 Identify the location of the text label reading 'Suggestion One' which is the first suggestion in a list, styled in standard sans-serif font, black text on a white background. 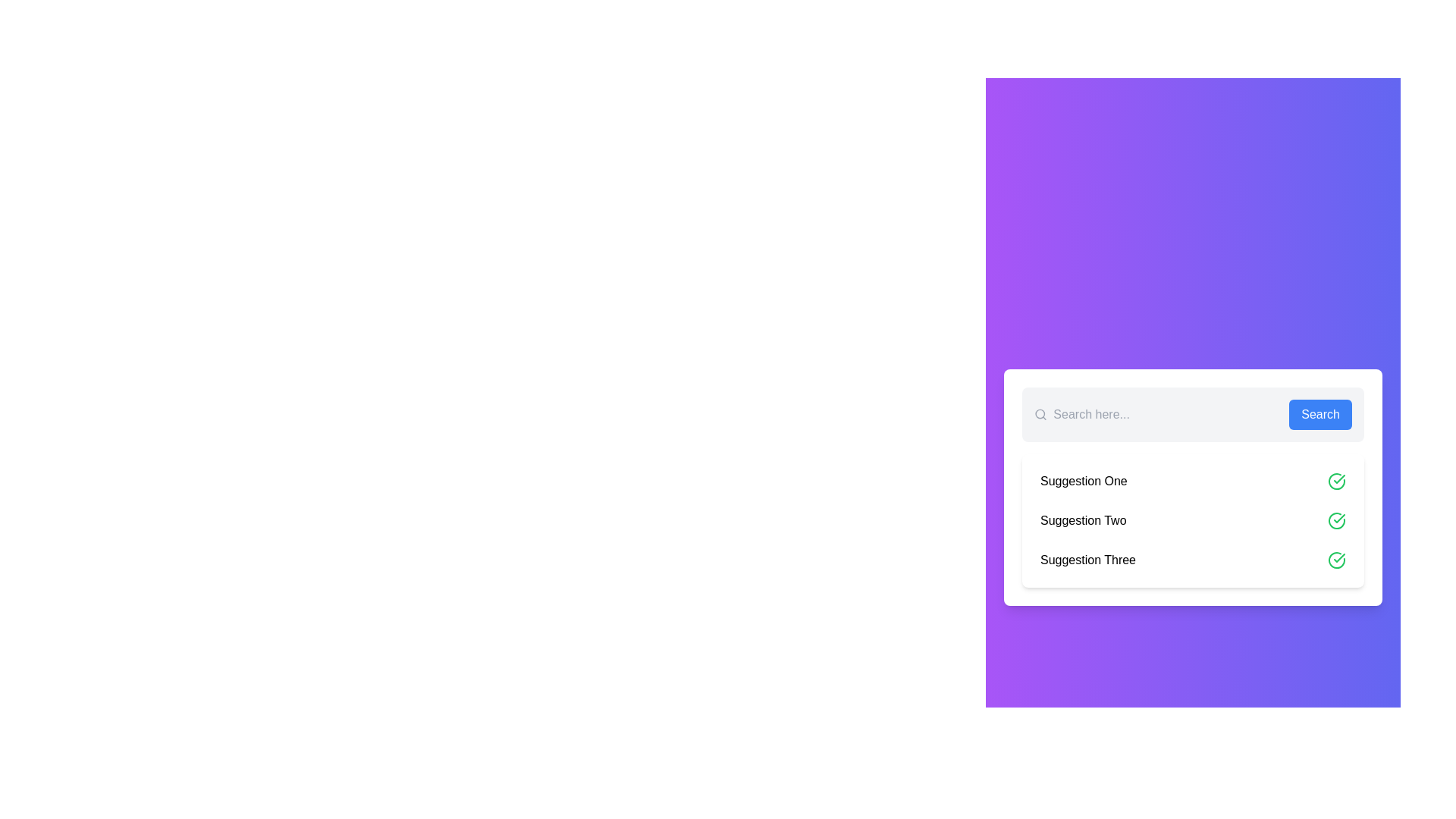
(1083, 482).